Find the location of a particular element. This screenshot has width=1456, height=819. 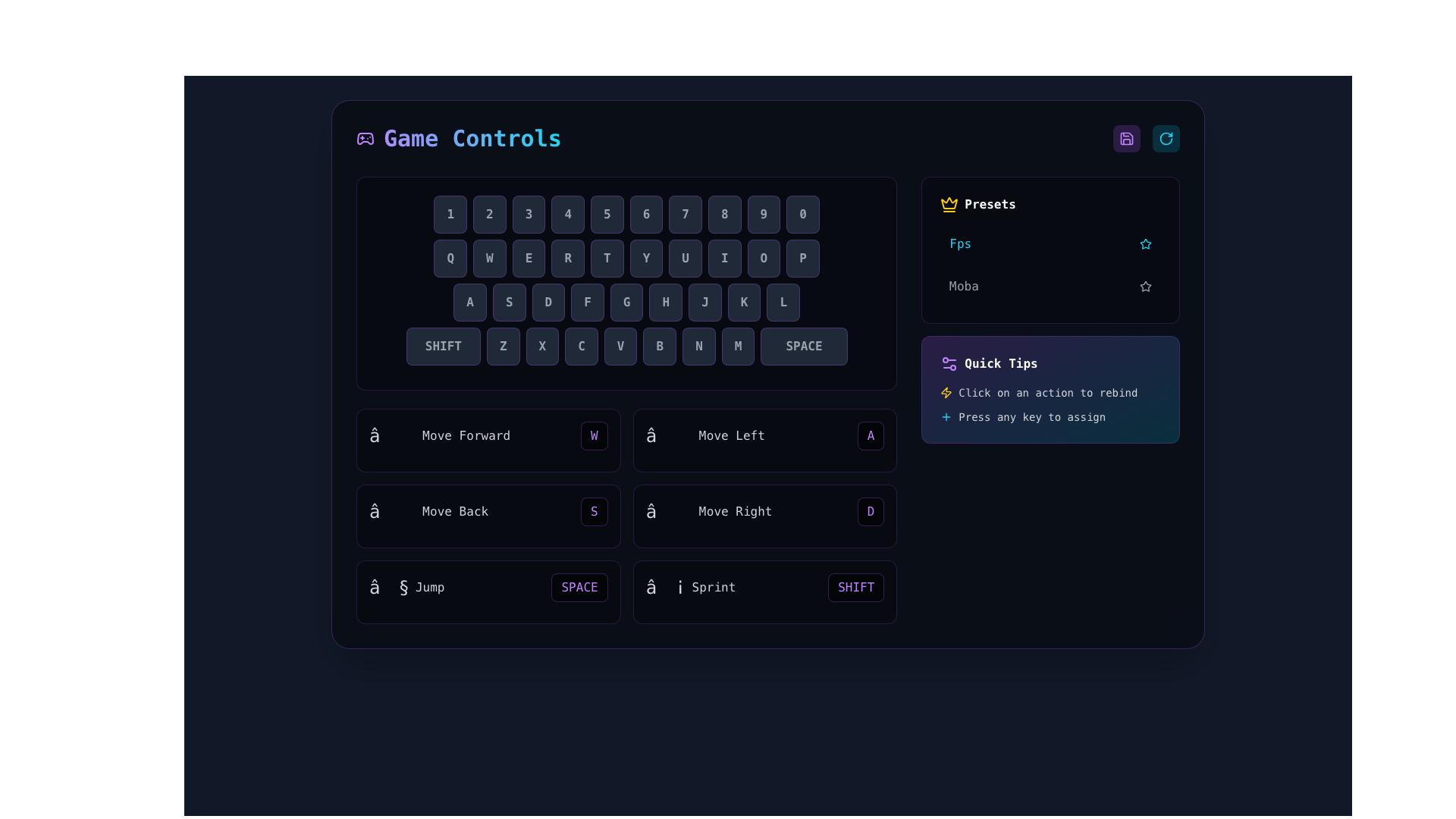

the square button with rounded corners that has a dark gray background and contains the capital letter 'V' in a bold, light gray font, located in the bottom row of the keyboard layout, between the buttons 'C' and 'B' is located at coordinates (620, 346).